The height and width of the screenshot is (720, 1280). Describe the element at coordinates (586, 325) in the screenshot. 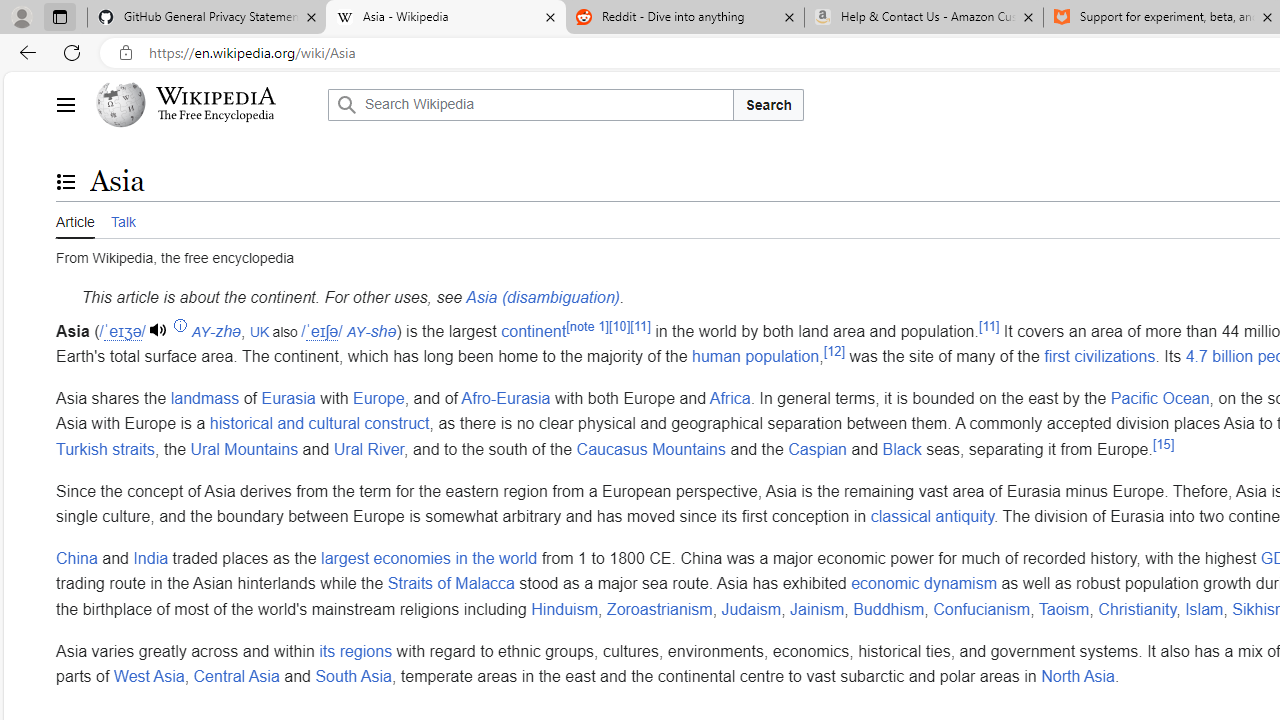

I see `'[note 1]'` at that location.